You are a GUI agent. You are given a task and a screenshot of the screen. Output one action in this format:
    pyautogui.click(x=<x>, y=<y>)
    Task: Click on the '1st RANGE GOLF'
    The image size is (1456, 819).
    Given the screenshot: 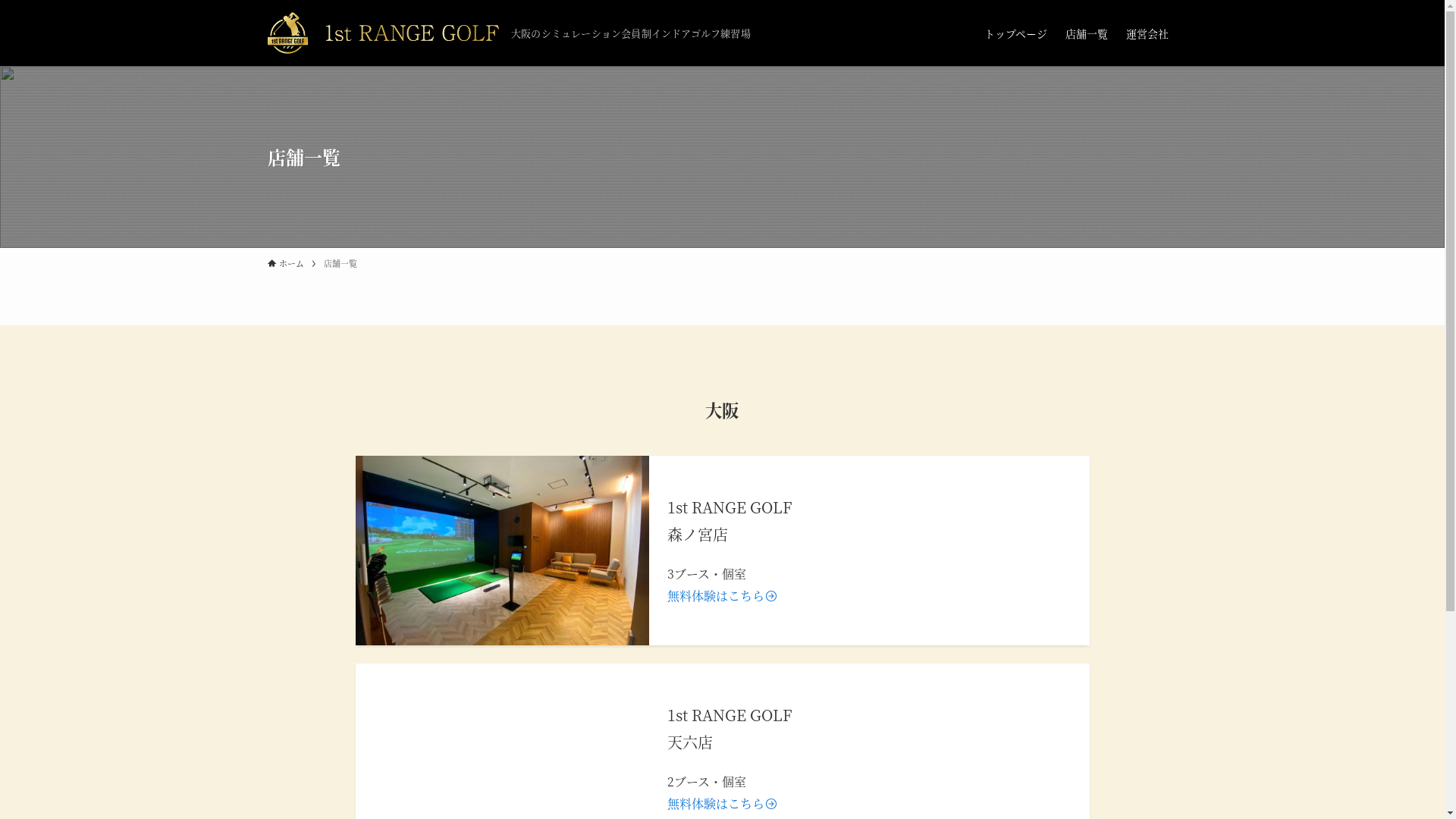 What is the action you would take?
    pyautogui.click(x=382, y=33)
    